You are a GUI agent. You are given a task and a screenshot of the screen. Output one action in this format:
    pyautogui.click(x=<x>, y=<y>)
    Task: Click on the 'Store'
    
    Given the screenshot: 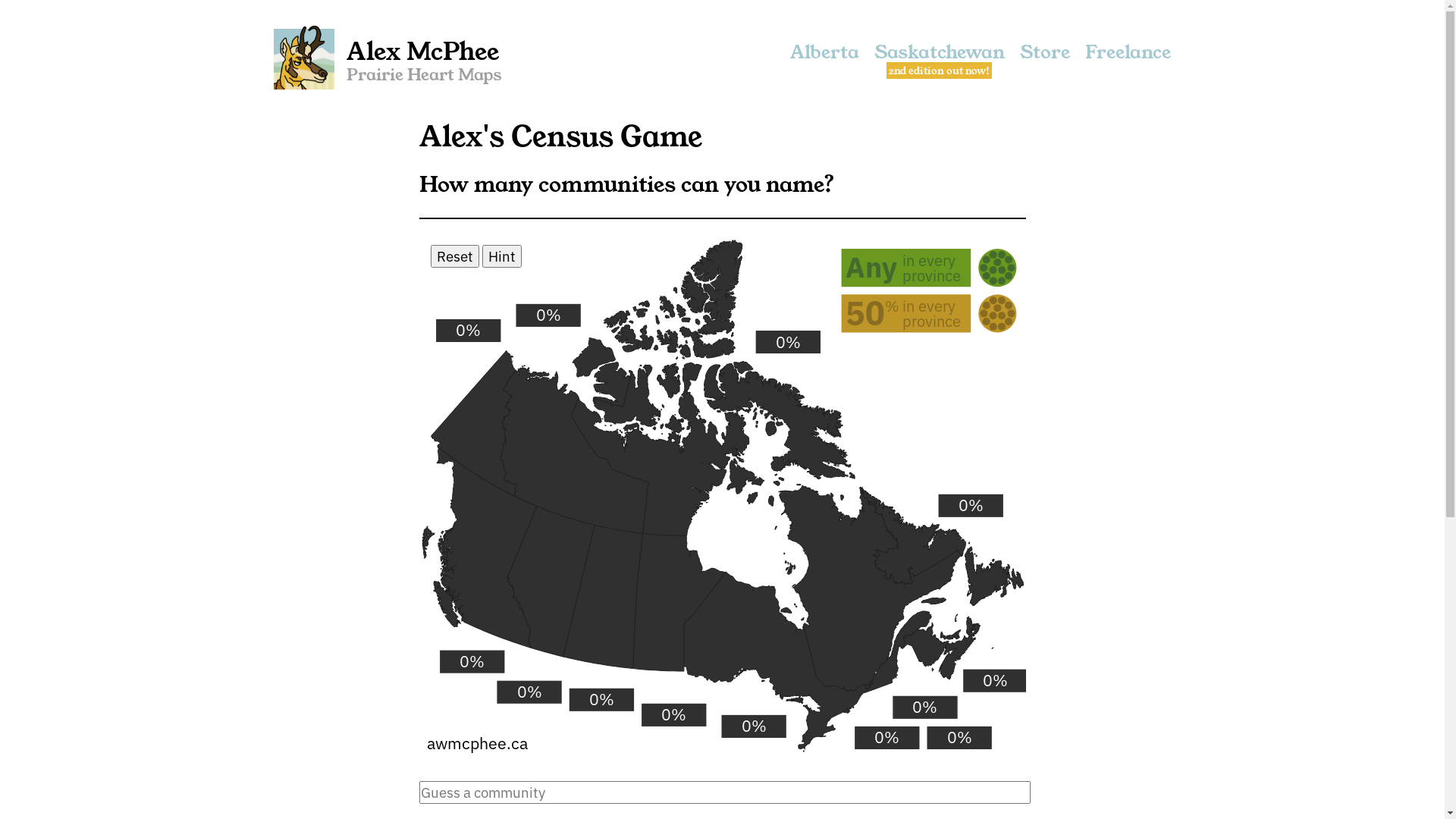 What is the action you would take?
    pyautogui.click(x=1043, y=58)
    